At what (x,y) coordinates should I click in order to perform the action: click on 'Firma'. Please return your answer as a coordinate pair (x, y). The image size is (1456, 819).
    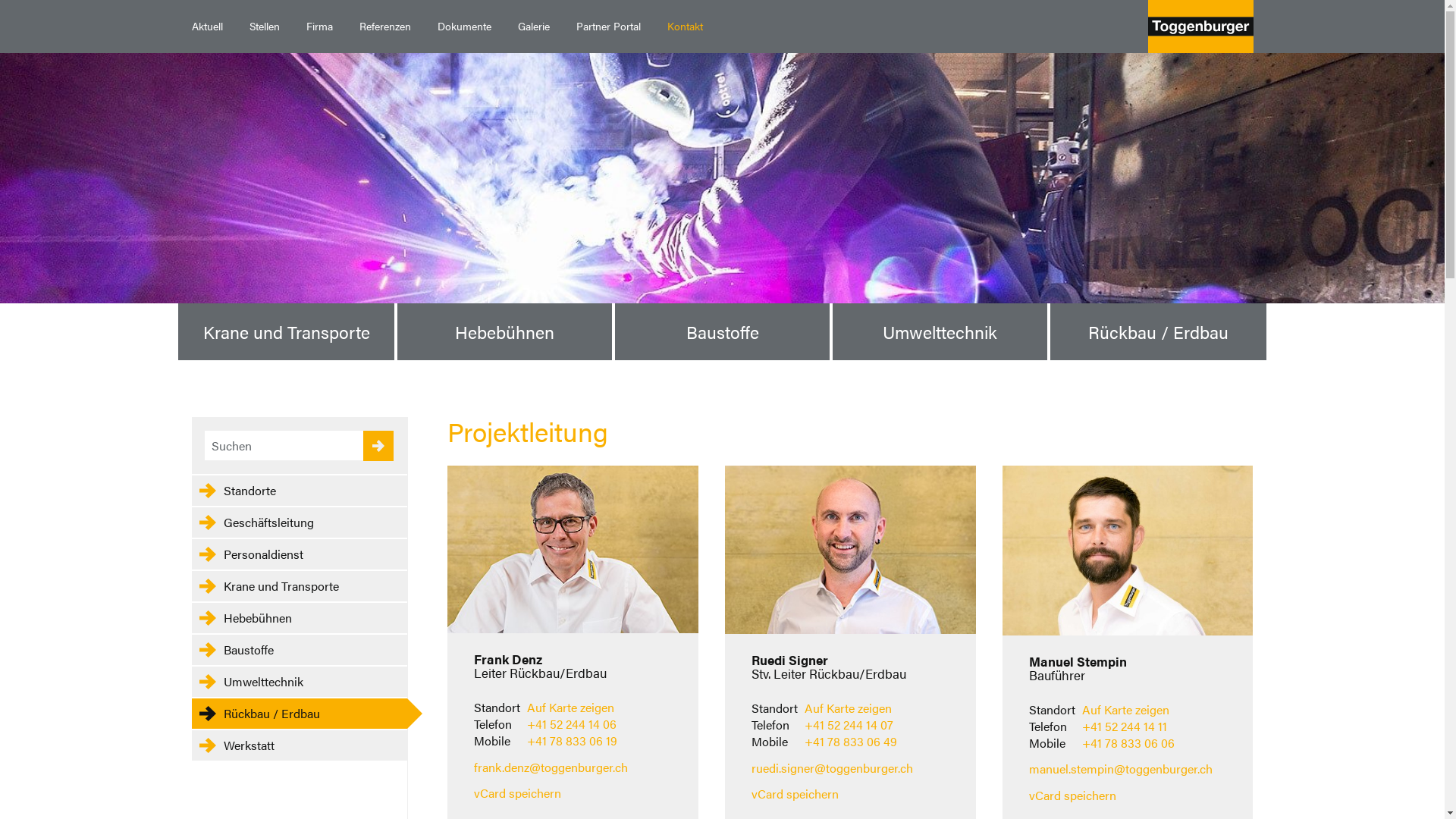
    Looking at the image, I should click on (292, 26).